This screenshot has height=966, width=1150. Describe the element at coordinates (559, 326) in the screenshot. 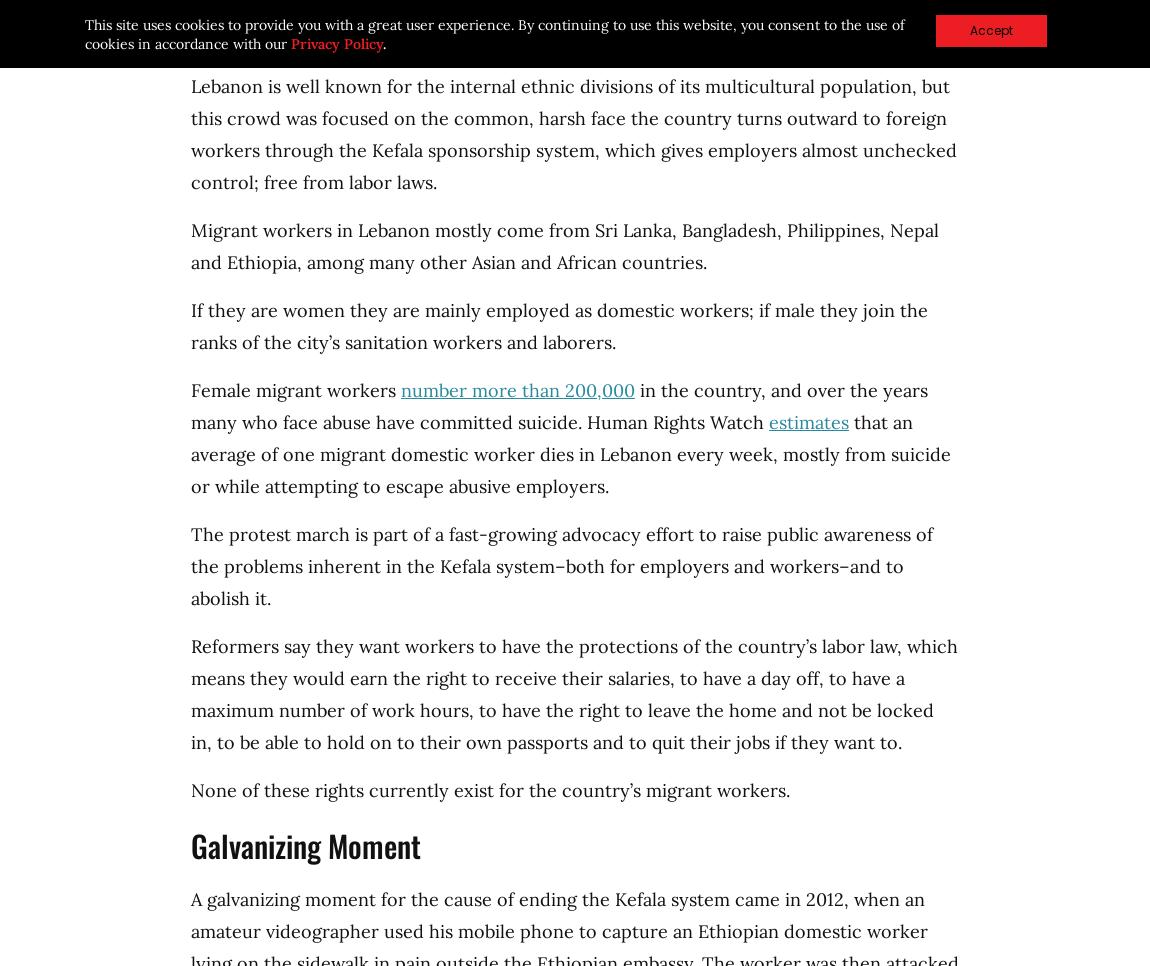

I see `'If they are women they are mainly employed as domestic workers; if male they join the ranks of the city’s sanitation workers and laborers.'` at that location.